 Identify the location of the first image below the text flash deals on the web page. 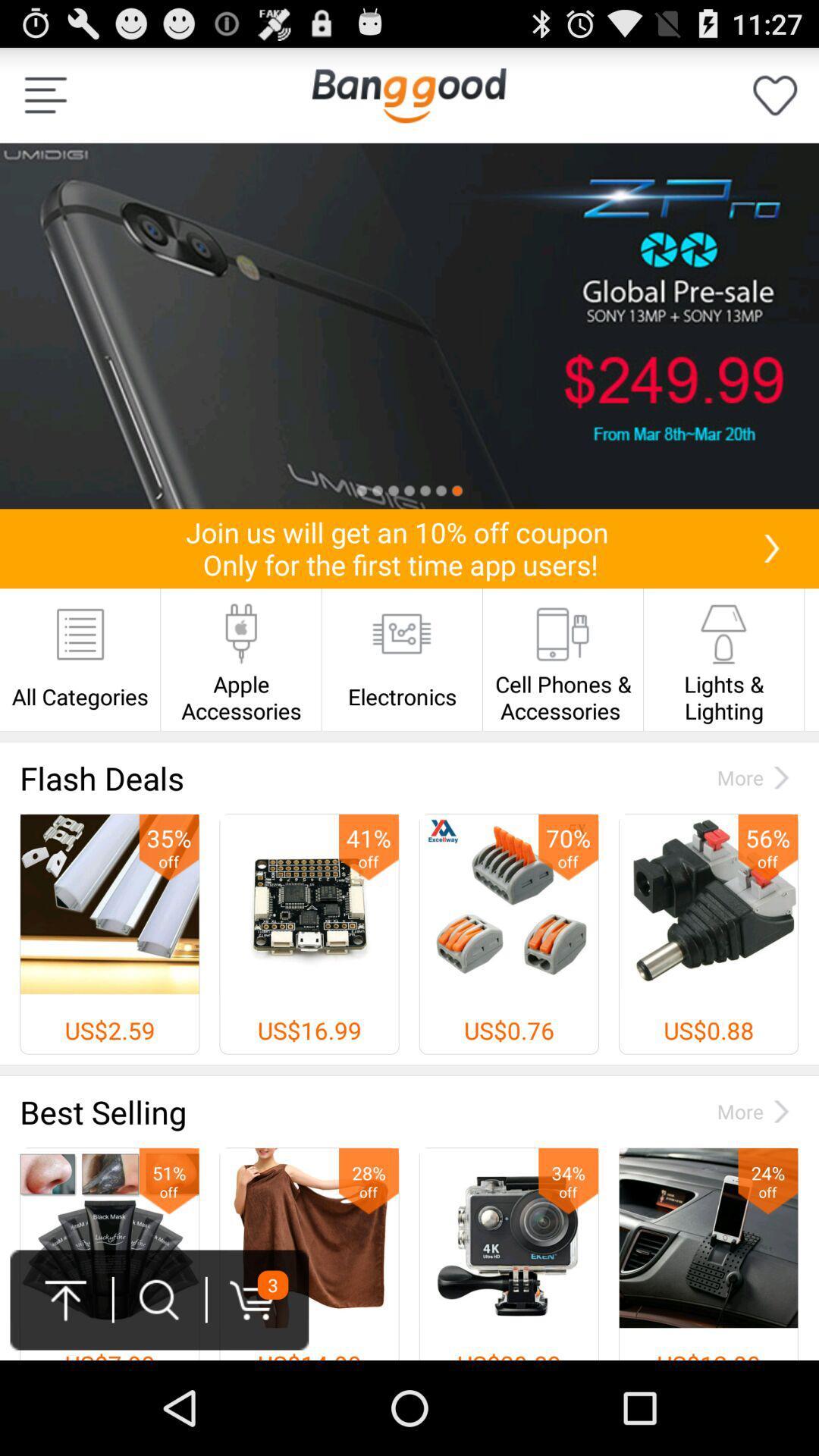
(109, 904).